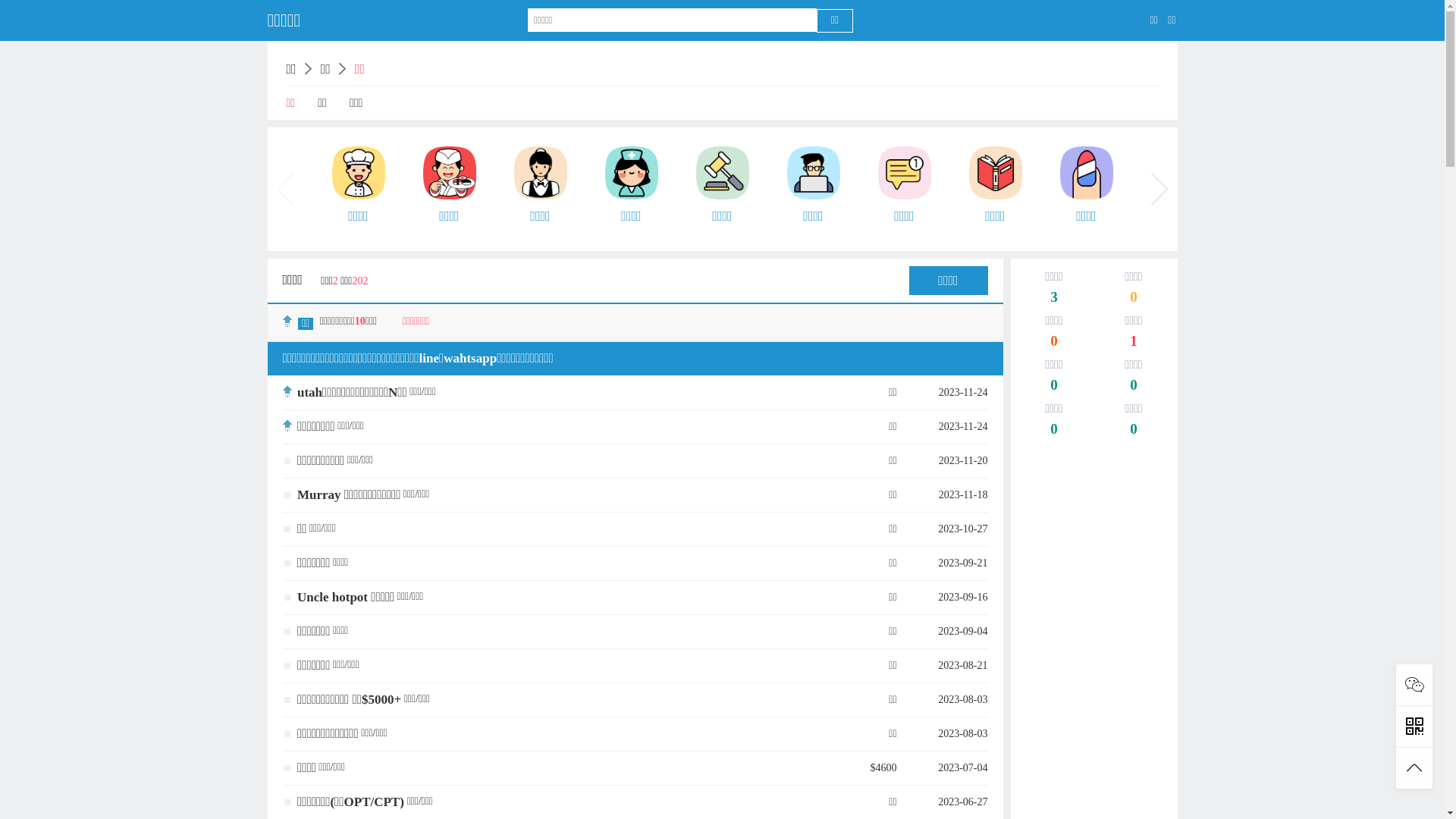  What do you see at coordinates (1053, 430) in the screenshot?
I see `'0'` at bounding box center [1053, 430].